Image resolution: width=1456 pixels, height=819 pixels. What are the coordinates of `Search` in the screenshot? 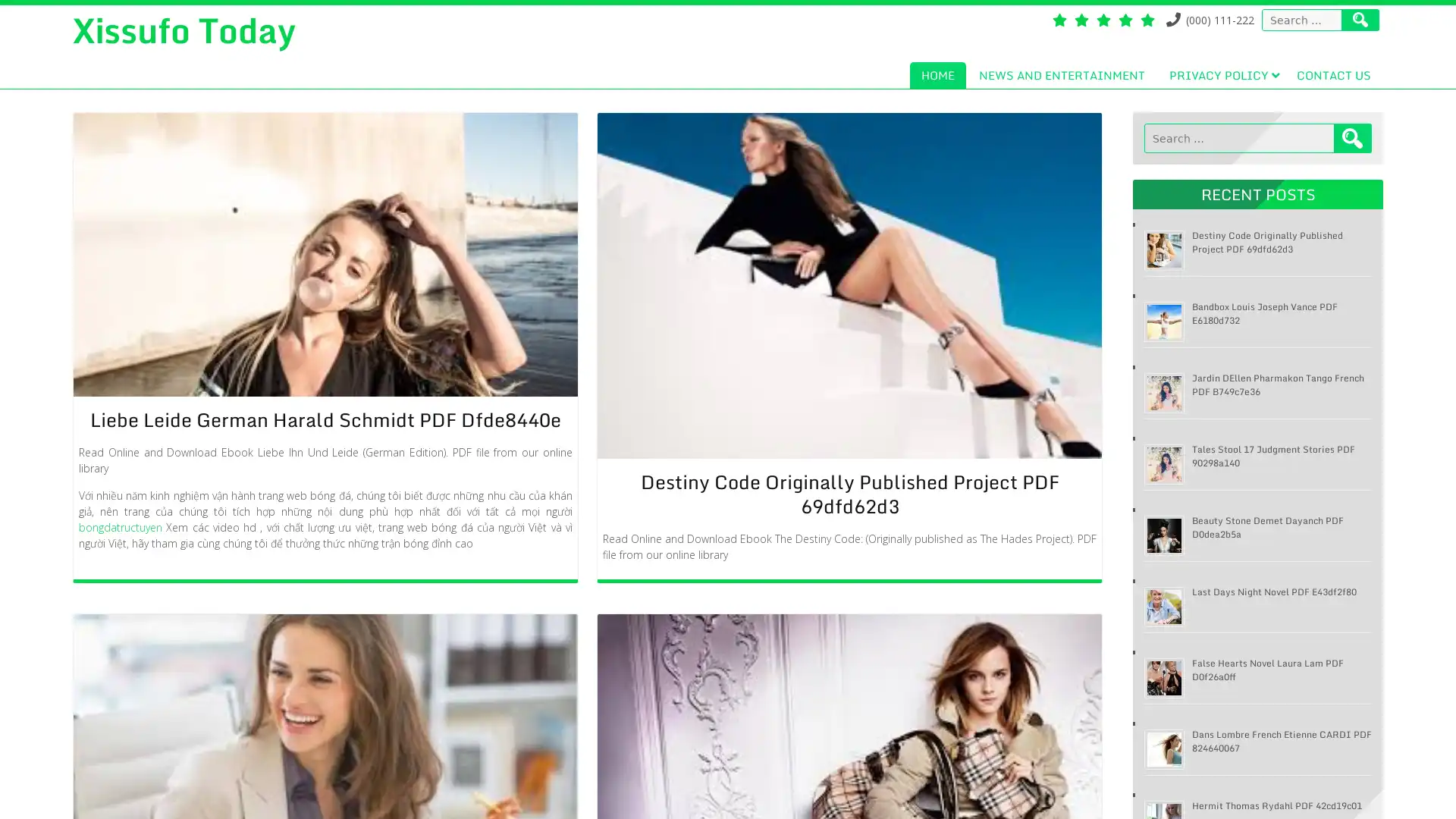 It's located at (1353, 138).